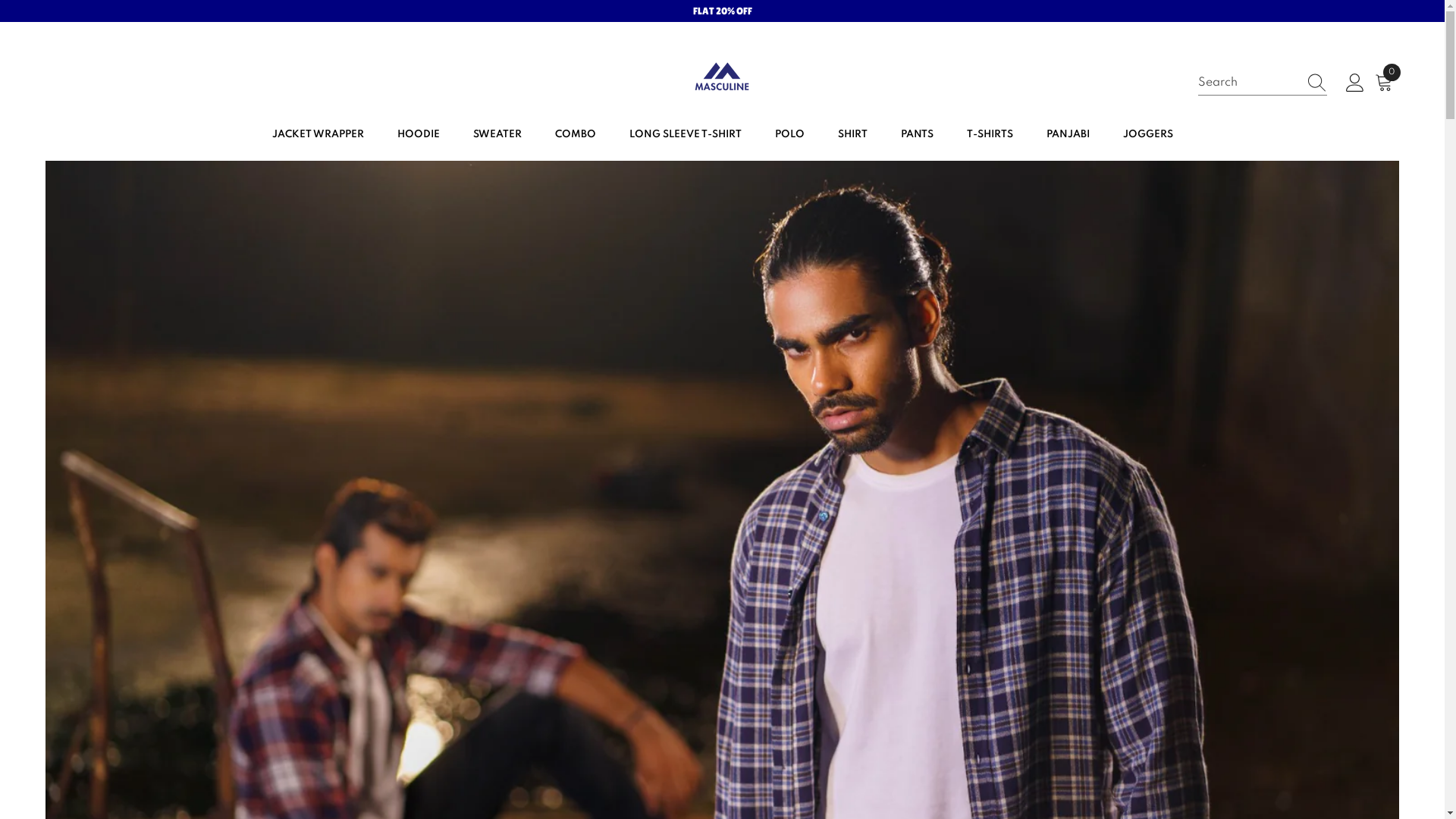  Describe the element at coordinates (316, 134) in the screenshot. I see `'JACKET WRAPPER'` at that location.